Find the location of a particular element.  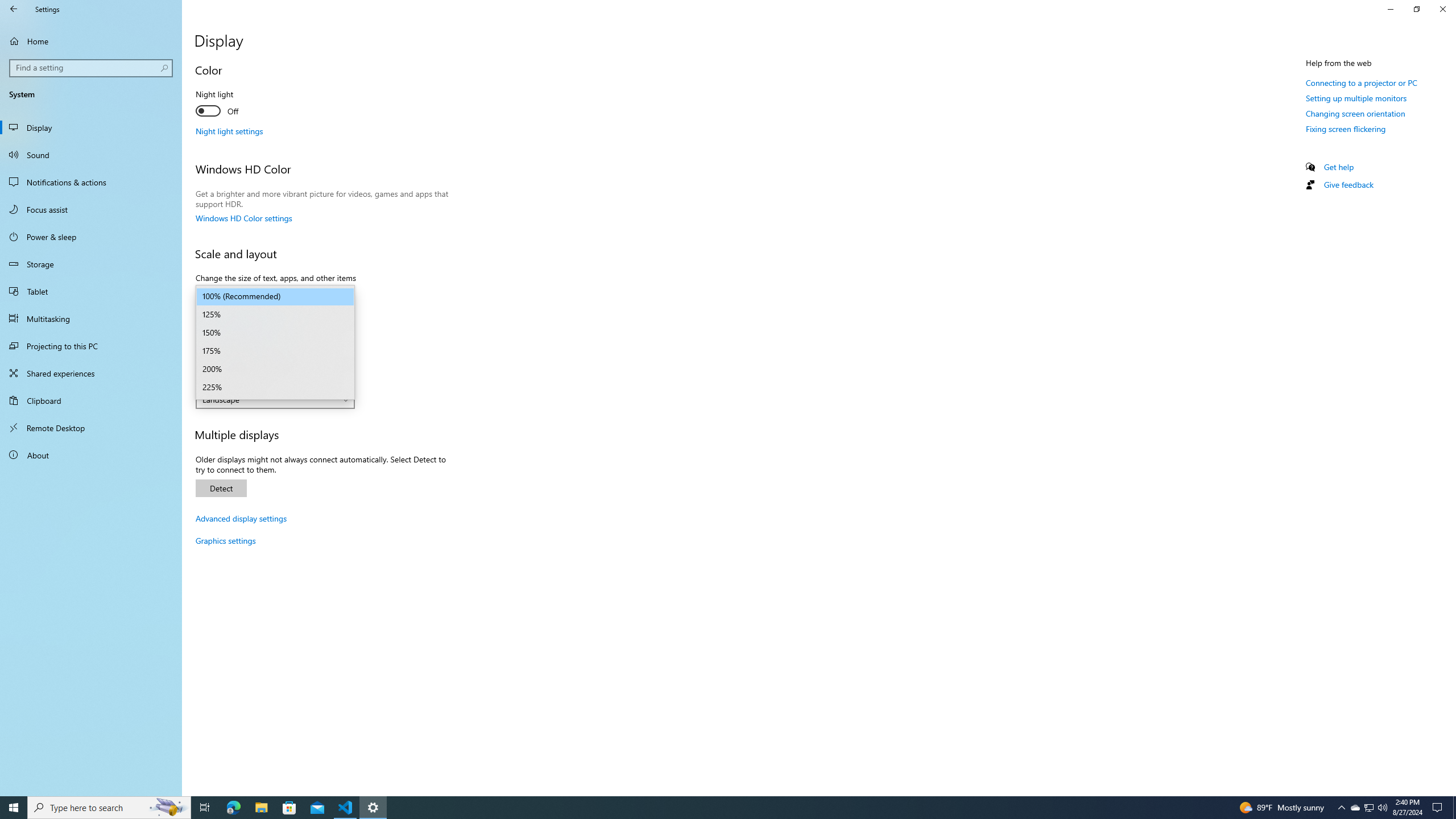

'Connecting to a projector or PC' is located at coordinates (1360, 82).